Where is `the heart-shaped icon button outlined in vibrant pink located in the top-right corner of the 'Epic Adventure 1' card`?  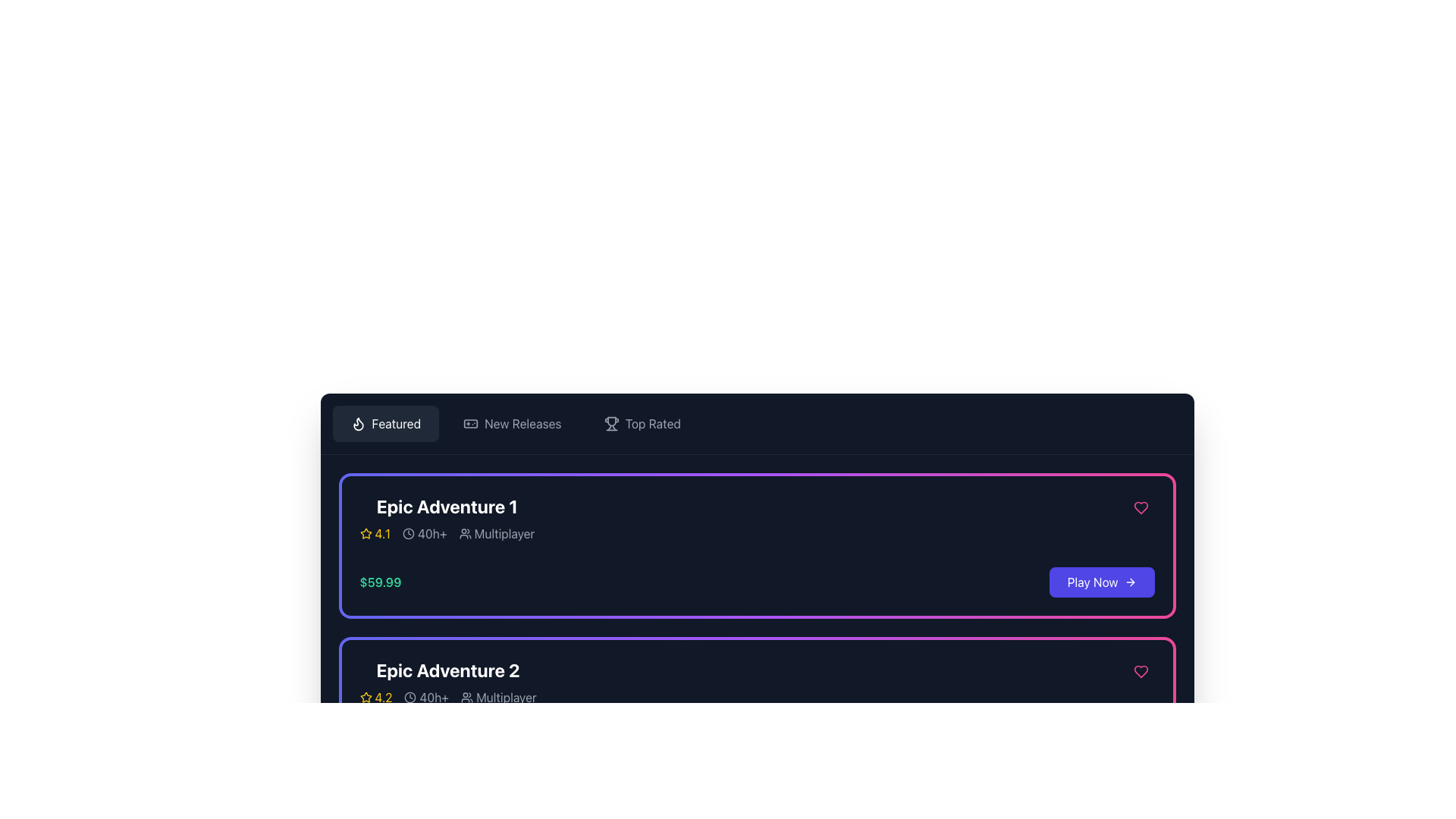
the heart-shaped icon button outlined in vibrant pink located in the top-right corner of the 'Epic Adventure 1' card is located at coordinates (1141, 508).